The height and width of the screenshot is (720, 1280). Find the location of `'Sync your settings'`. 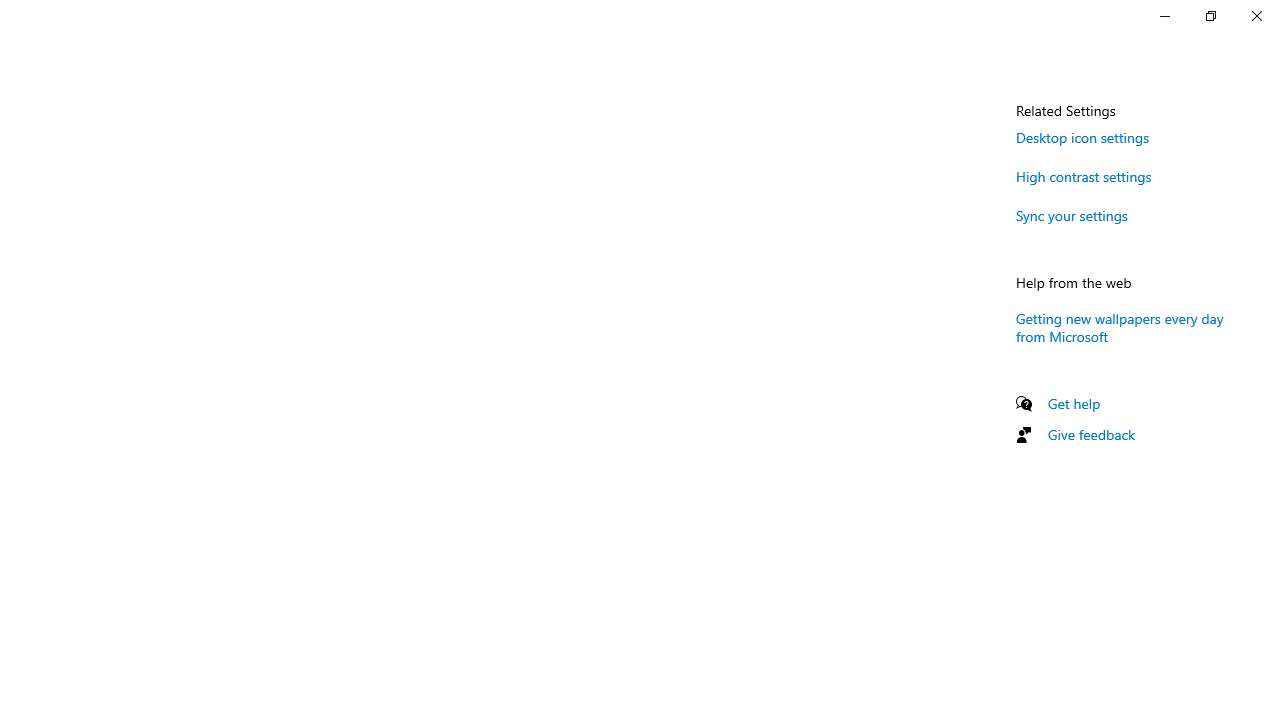

'Sync your settings' is located at coordinates (1071, 215).